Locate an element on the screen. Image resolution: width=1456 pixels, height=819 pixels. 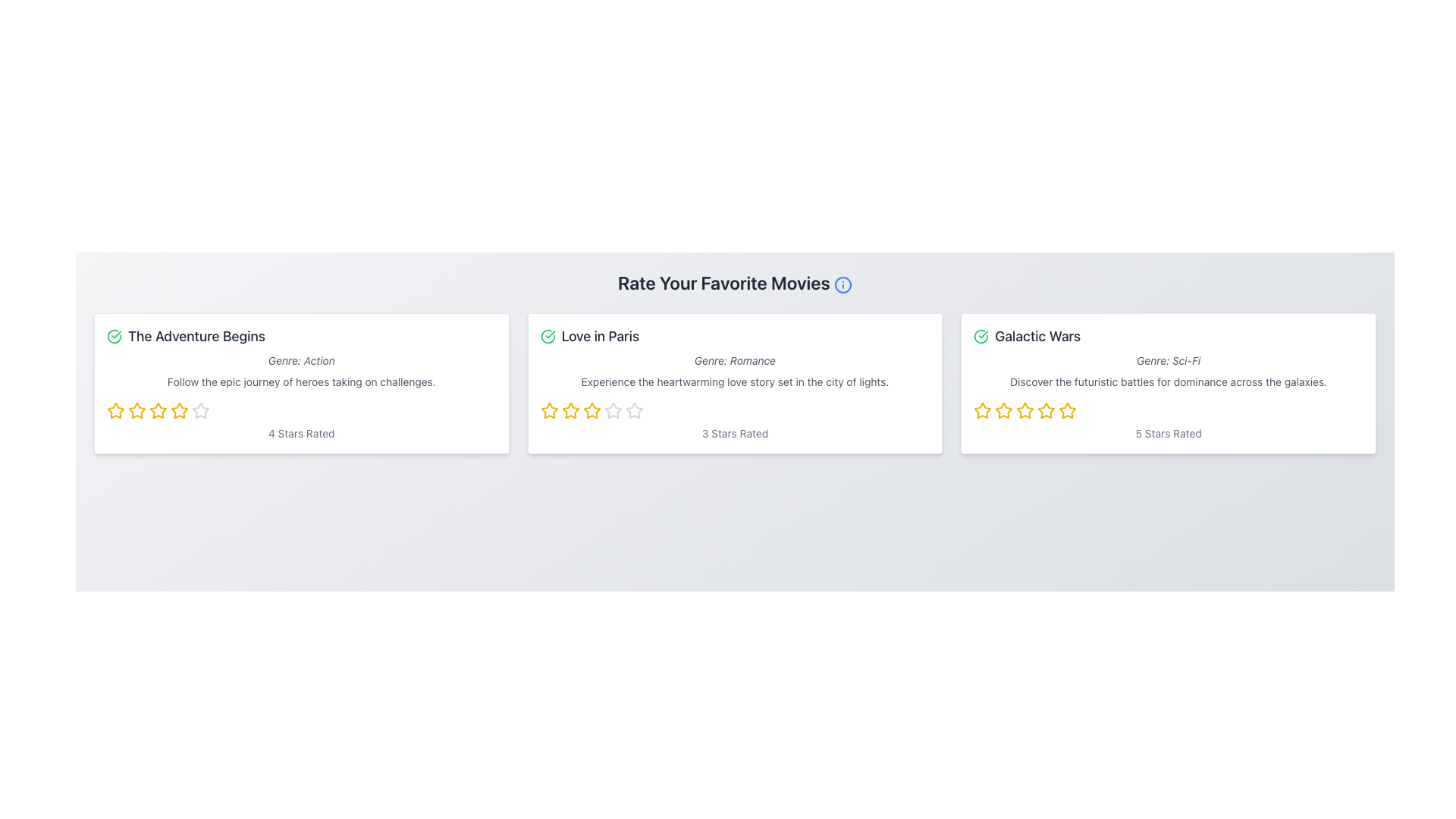
a star in the rating system under the 'Love in Paris' card is located at coordinates (735, 411).